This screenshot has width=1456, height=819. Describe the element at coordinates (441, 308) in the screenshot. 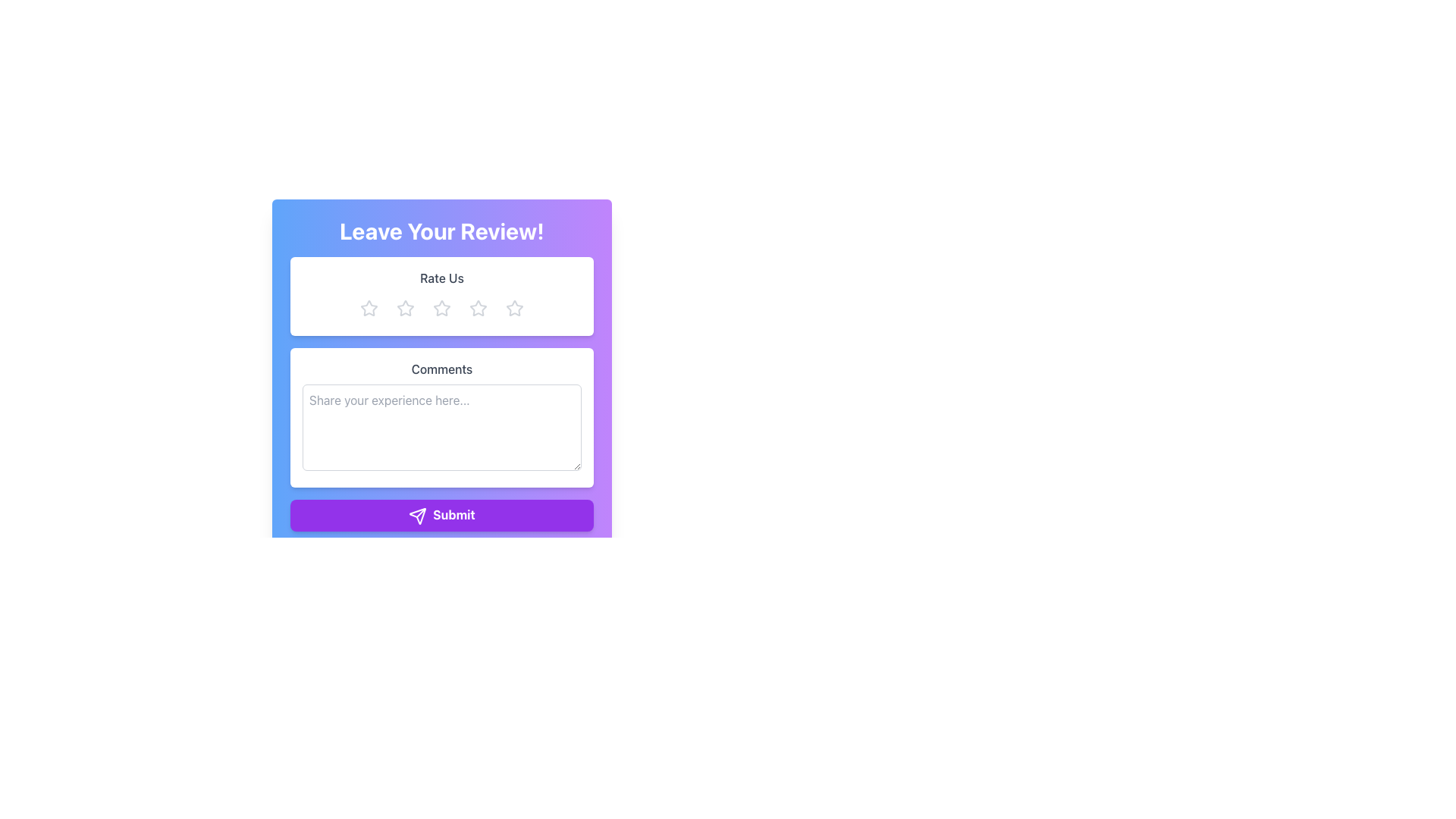

I see `the third star in the 'Rate Us' section of the review submission interface` at that location.